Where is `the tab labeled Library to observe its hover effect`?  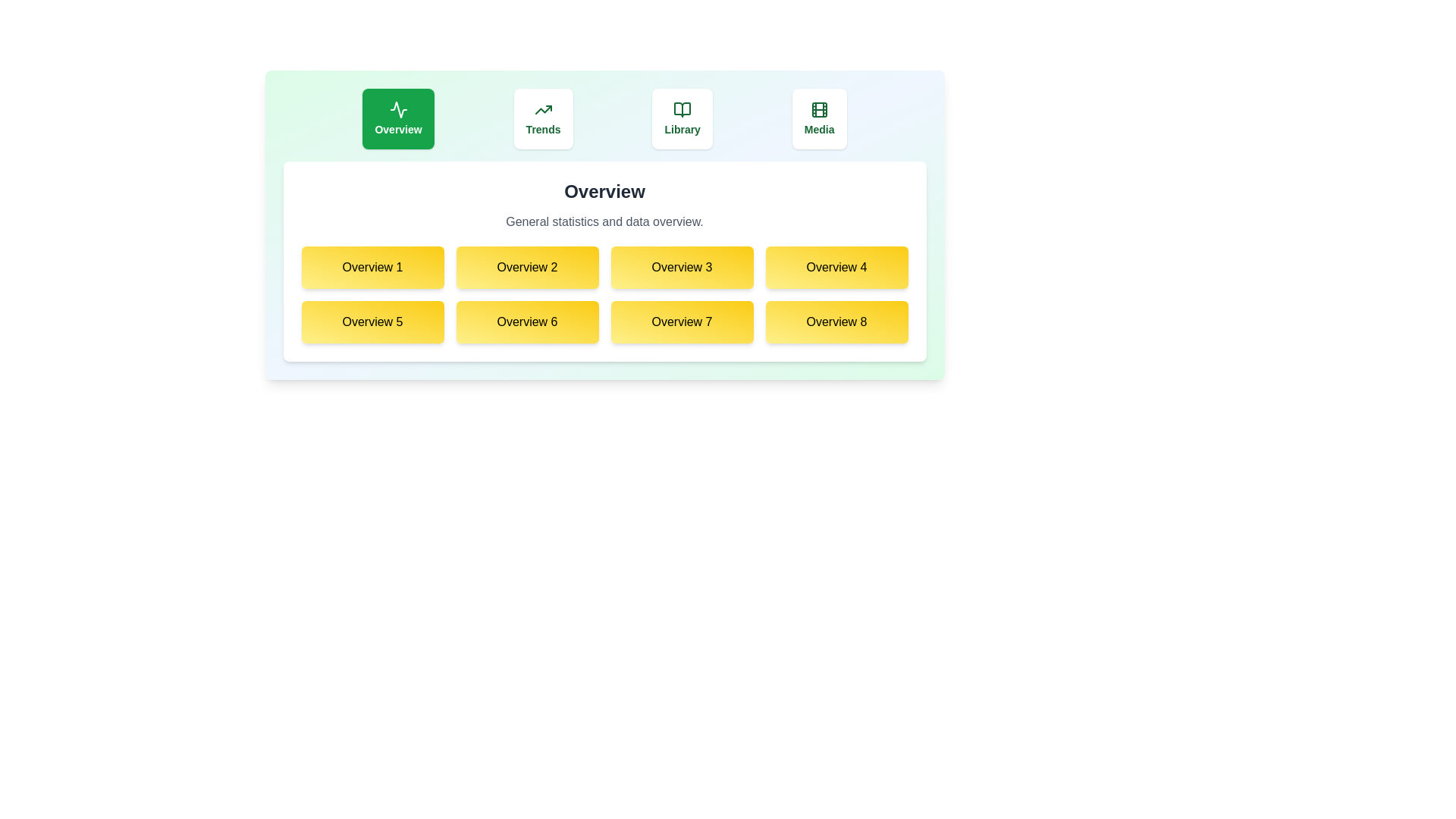 the tab labeled Library to observe its hover effect is located at coordinates (682, 118).